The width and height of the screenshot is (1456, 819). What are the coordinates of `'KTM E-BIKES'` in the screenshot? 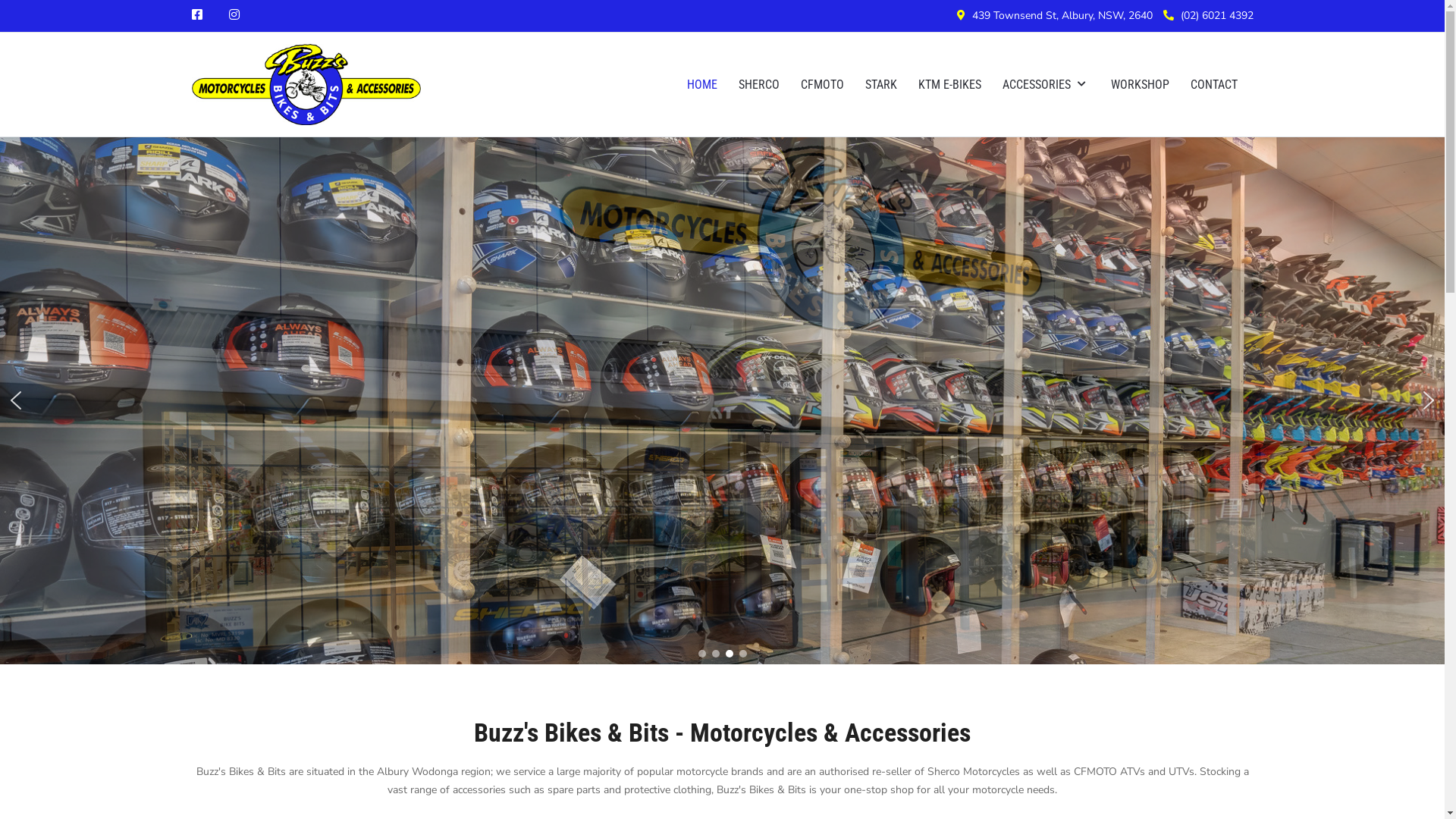 It's located at (906, 84).